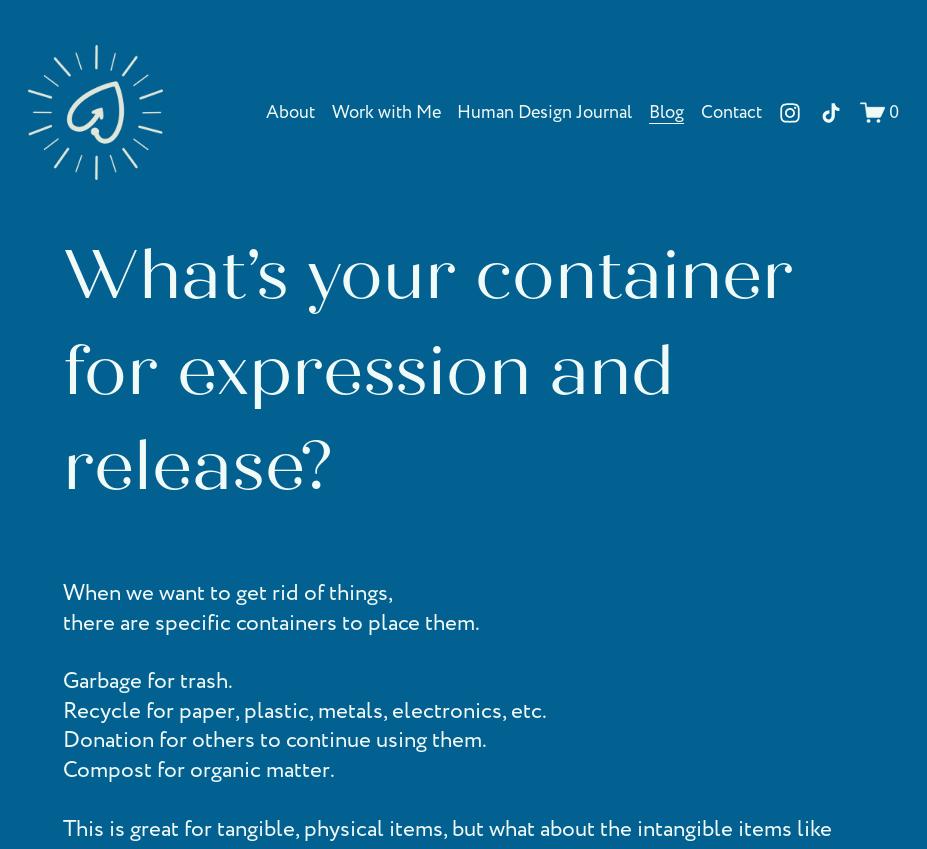 Image resolution: width=927 pixels, height=849 pixels. What do you see at coordinates (729, 110) in the screenshot?
I see `'Contact'` at bounding box center [729, 110].